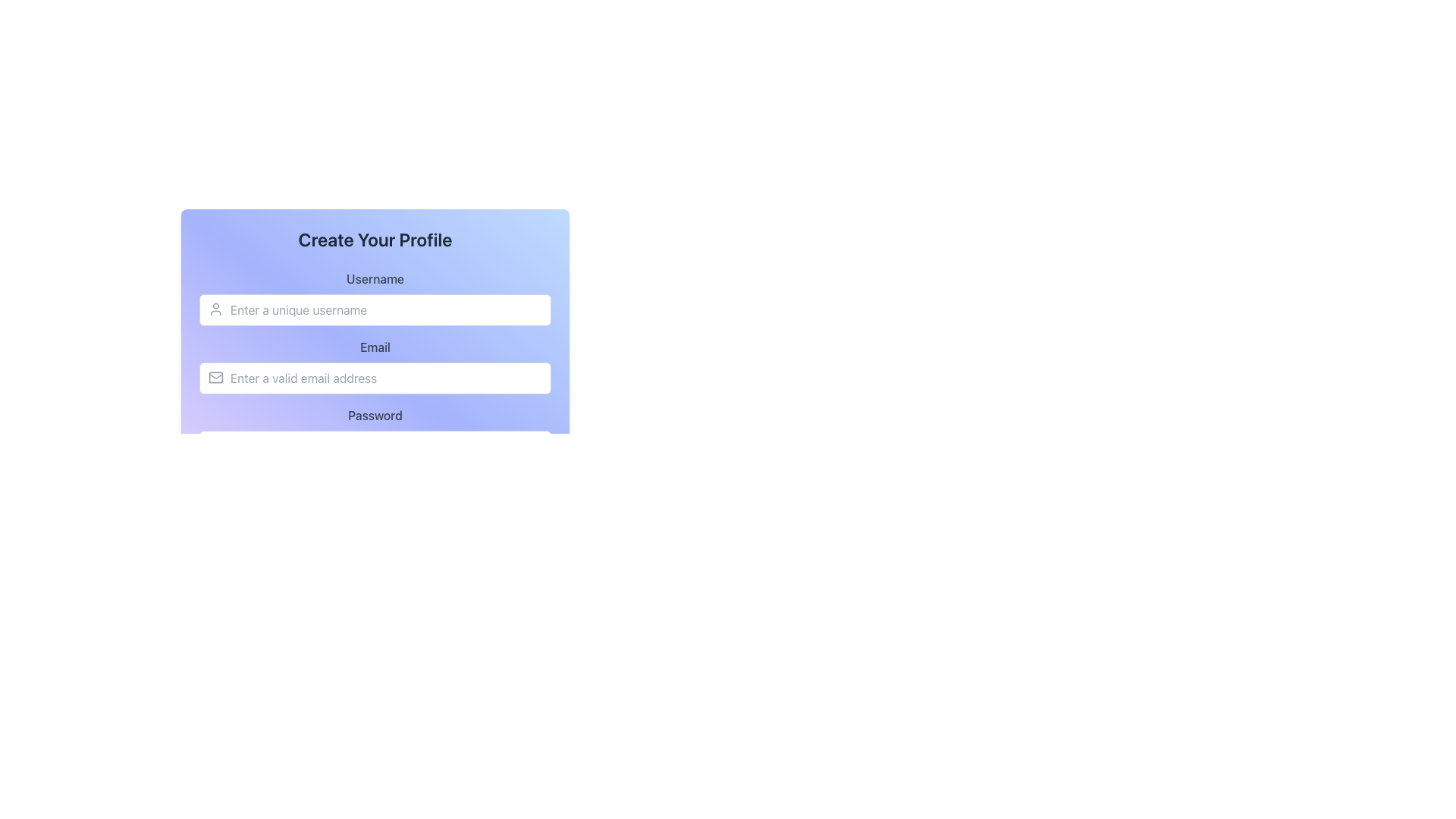 The height and width of the screenshot is (819, 1456). What do you see at coordinates (215, 309) in the screenshot?
I see `the username input field icon located at the far left side of the topmost input box in the 'Create Your Profile' section, which visually indicates the input is for entering a username` at bounding box center [215, 309].